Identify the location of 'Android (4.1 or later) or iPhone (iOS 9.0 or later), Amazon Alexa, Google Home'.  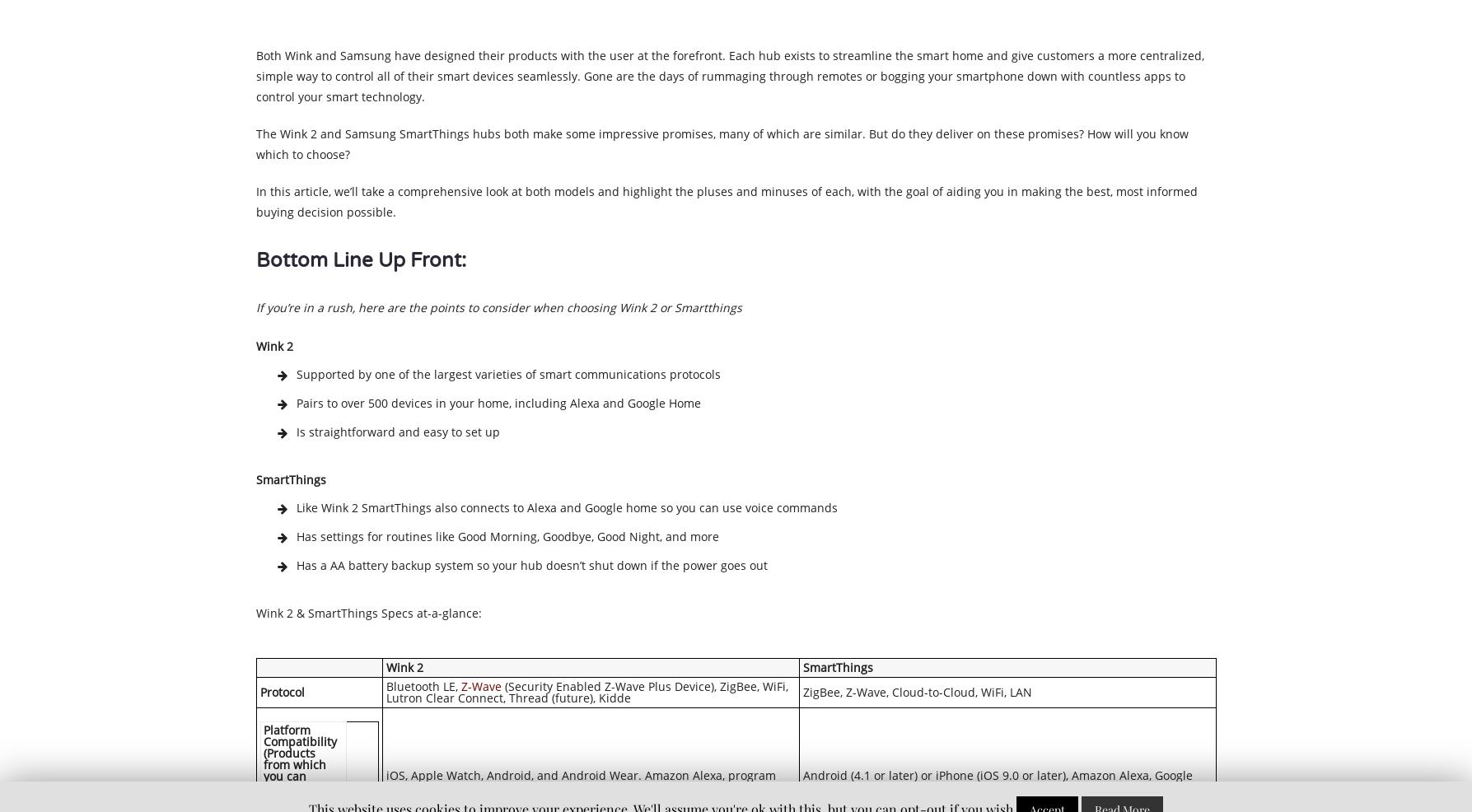
(997, 780).